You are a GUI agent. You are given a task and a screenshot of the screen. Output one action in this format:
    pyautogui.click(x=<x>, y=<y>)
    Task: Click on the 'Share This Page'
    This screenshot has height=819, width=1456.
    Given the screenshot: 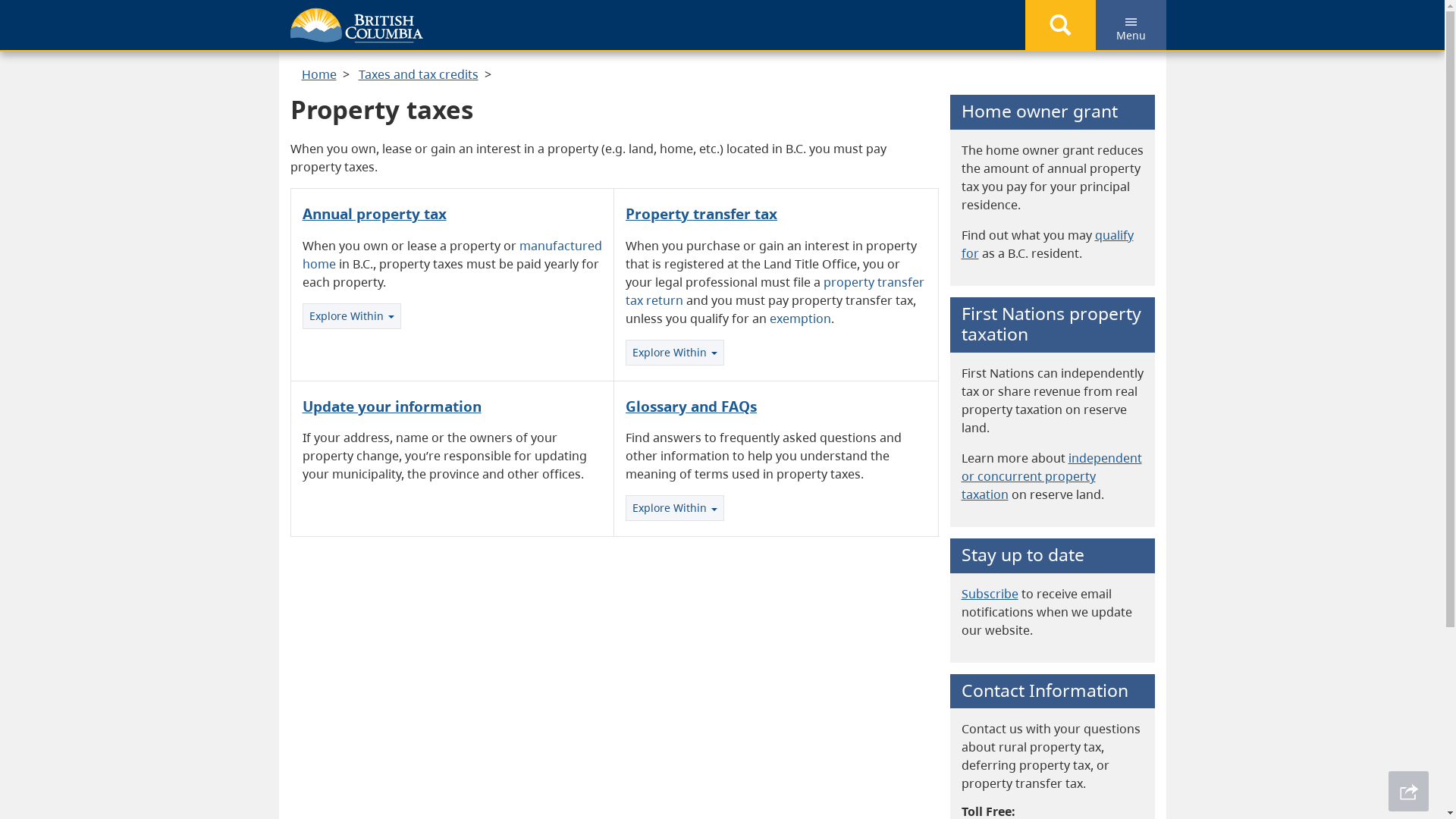 What is the action you would take?
    pyautogui.click(x=1407, y=790)
    